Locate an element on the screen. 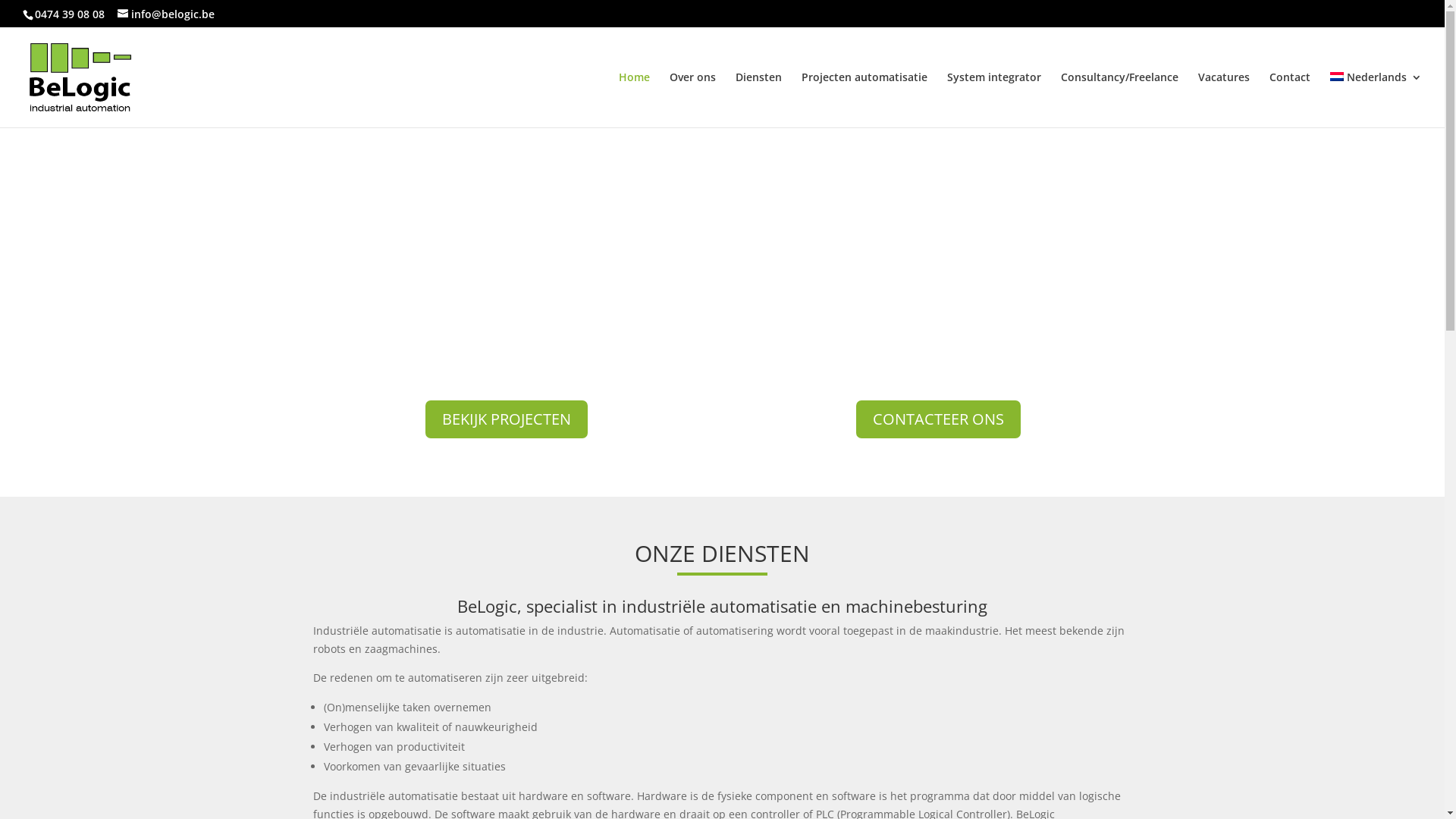 Image resolution: width=1456 pixels, height=819 pixels. 'Home' is located at coordinates (619, 99).